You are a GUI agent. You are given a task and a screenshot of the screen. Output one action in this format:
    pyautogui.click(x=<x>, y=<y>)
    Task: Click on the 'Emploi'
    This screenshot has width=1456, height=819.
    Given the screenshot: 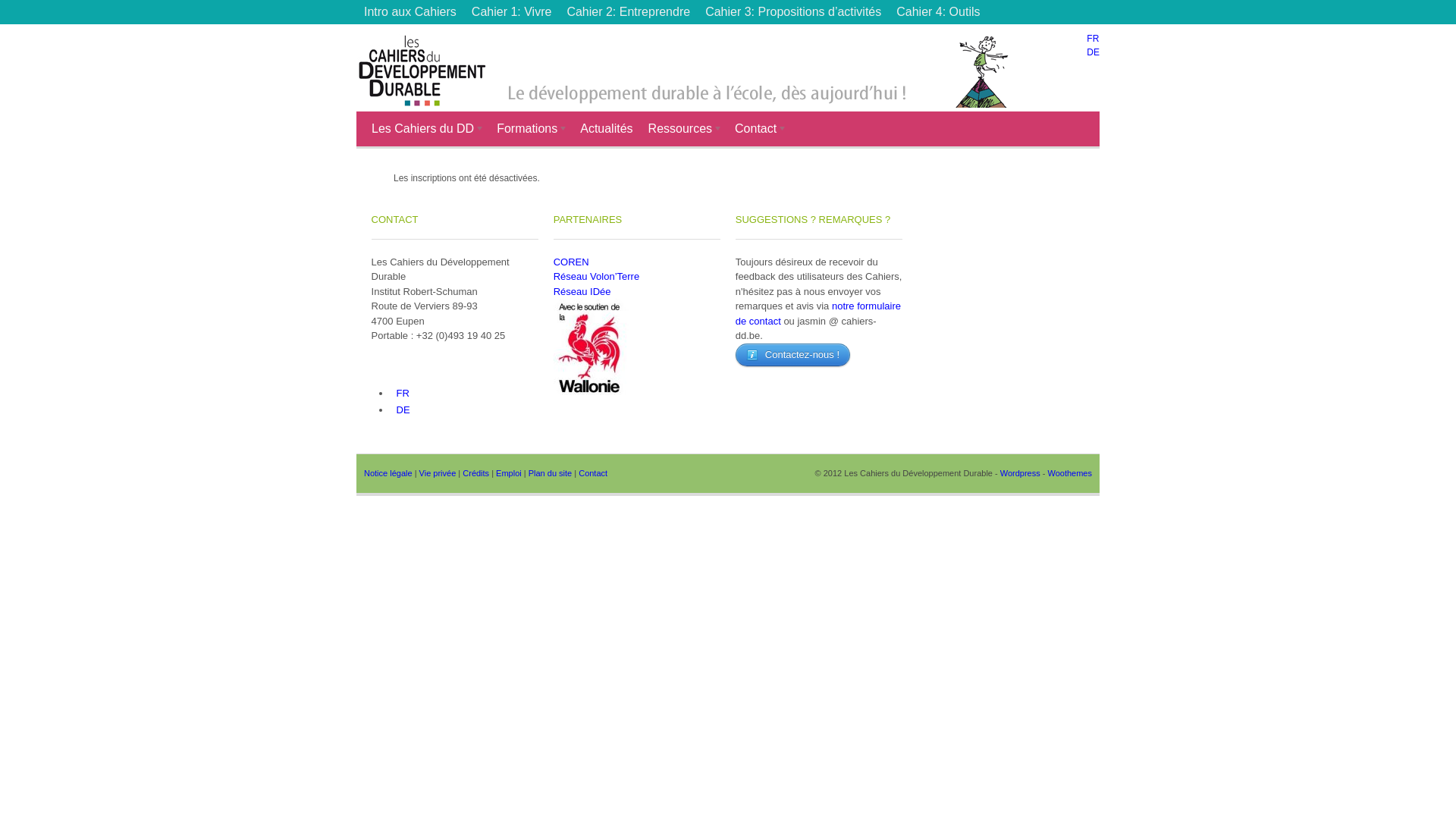 What is the action you would take?
    pyautogui.click(x=509, y=472)
    